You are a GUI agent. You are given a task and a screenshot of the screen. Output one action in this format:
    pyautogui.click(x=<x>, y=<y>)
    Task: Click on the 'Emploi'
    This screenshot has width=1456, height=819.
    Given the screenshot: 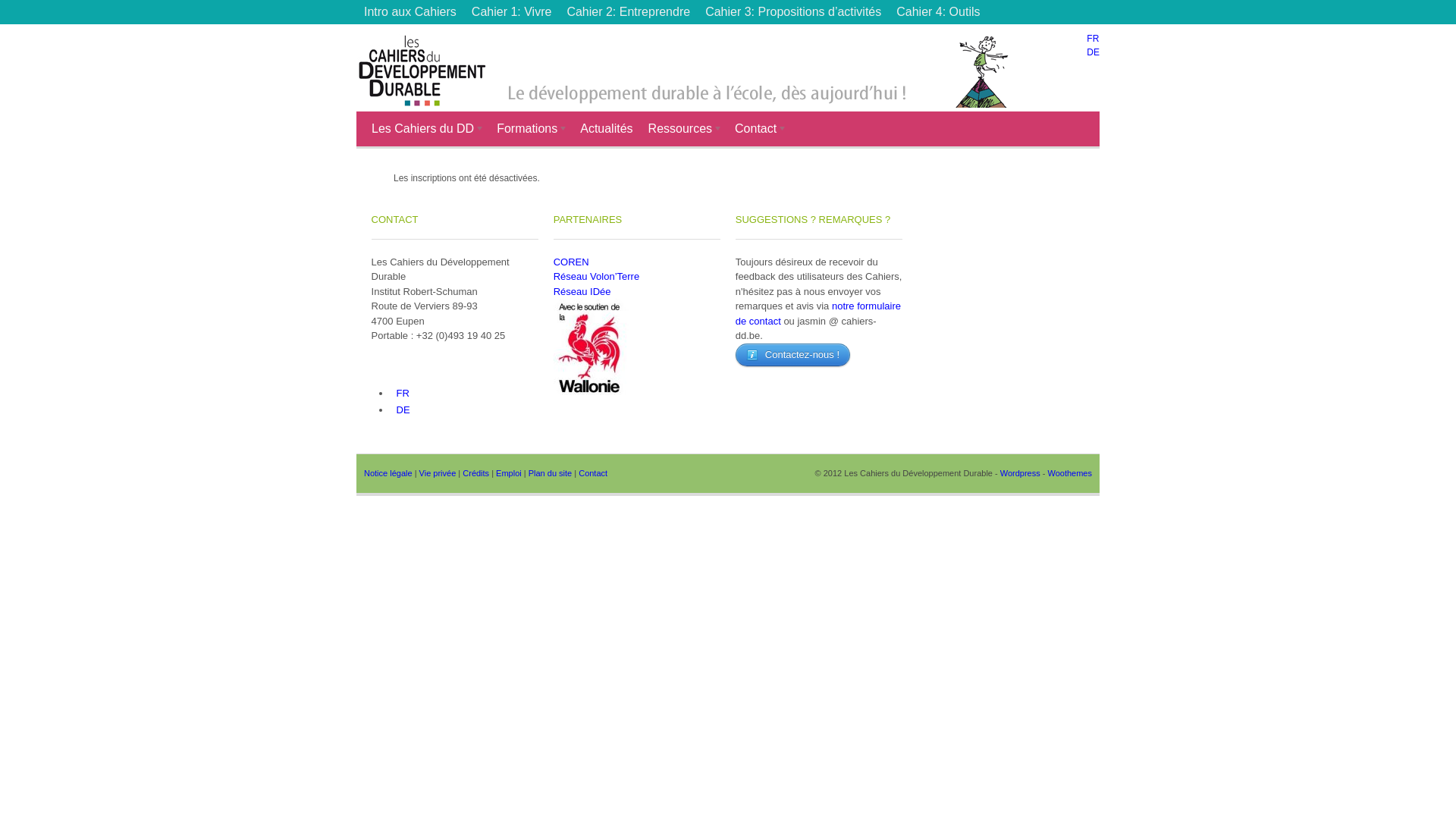 What is the action you would take?
    pyautogui.click(x=509, y=472)
    